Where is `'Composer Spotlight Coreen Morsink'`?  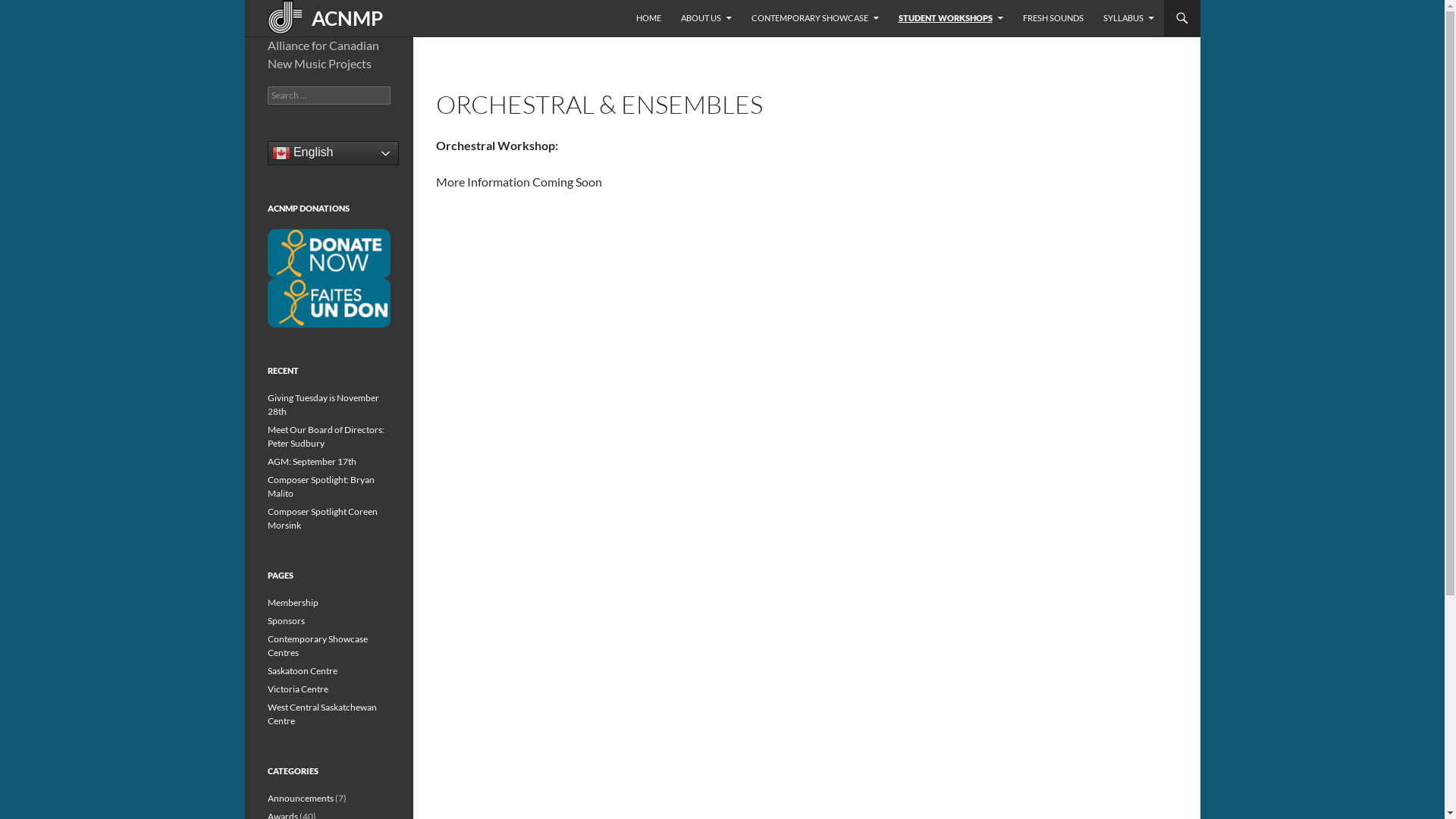
'Composer Spotlight Coreen Morsink' is located at coordinates (321, 517).